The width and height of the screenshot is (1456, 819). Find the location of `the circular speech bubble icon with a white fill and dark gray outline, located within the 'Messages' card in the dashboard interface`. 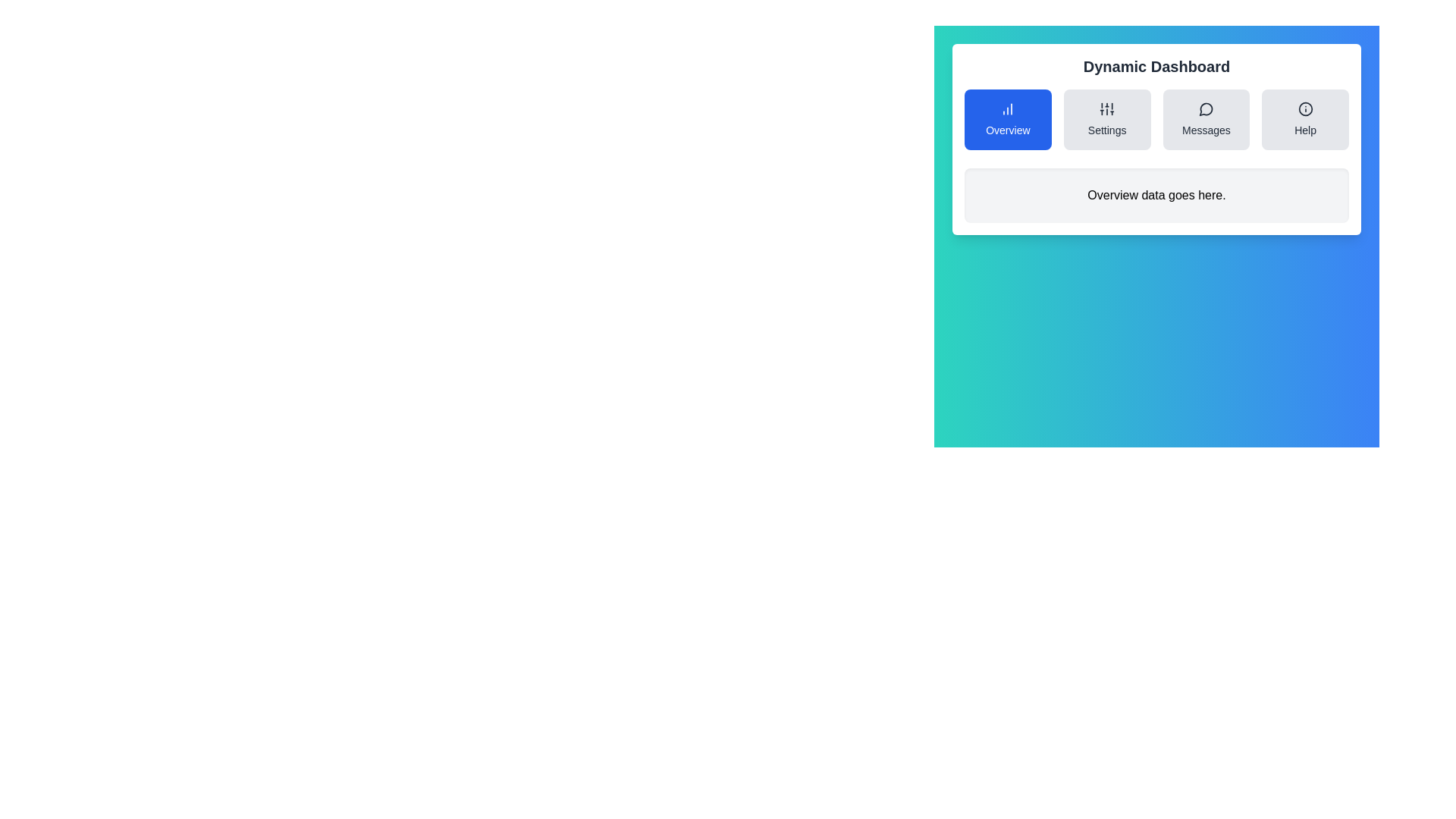

the circular speech bubble icon with a white fill and dark gray outline, located within the 'Messages' card in the dashboard interface is located at coordinates (1205, 108).